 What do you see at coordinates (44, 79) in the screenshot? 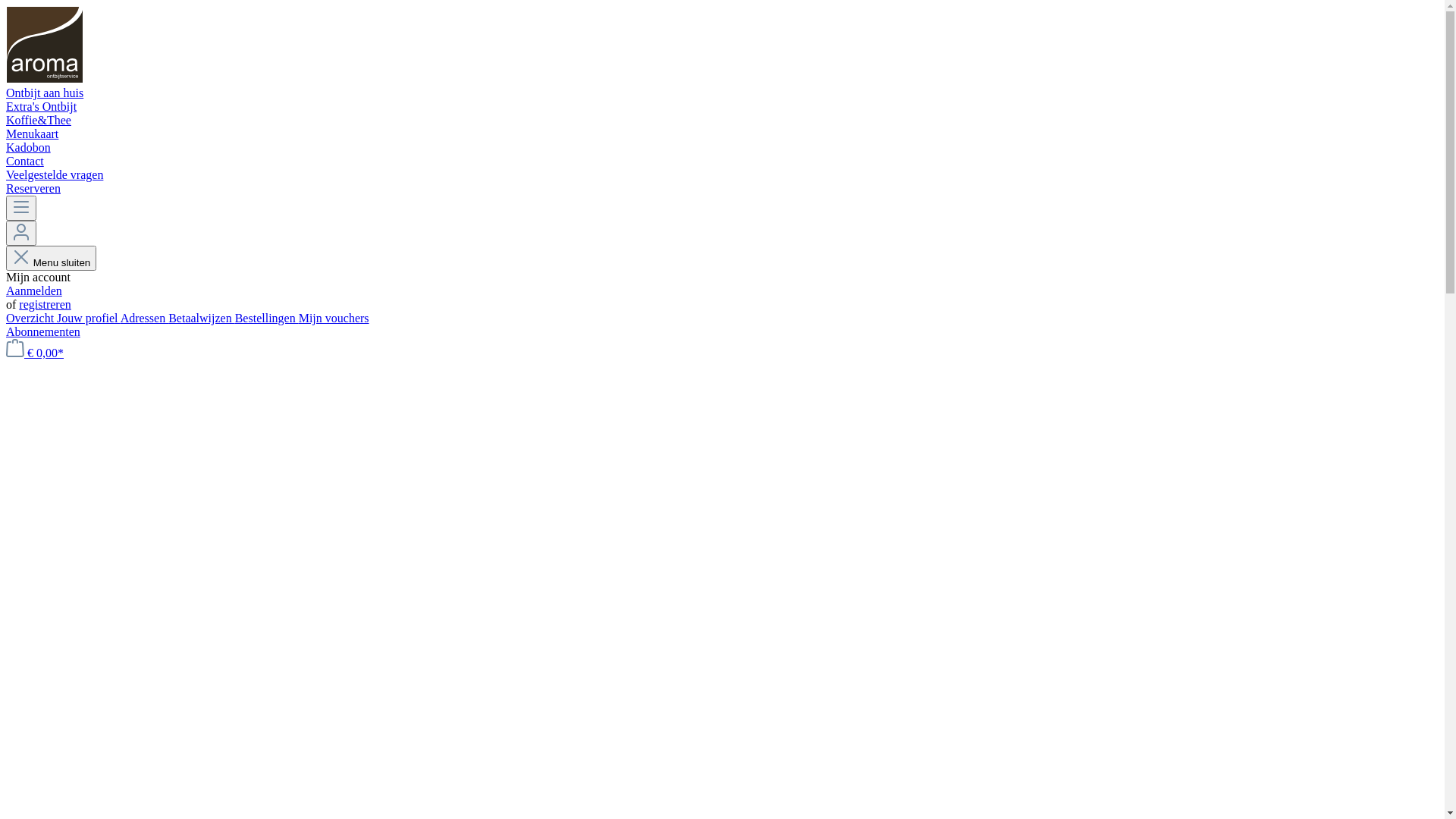
I see `'Naar de startpagina'` at bounding box center [44, 79].